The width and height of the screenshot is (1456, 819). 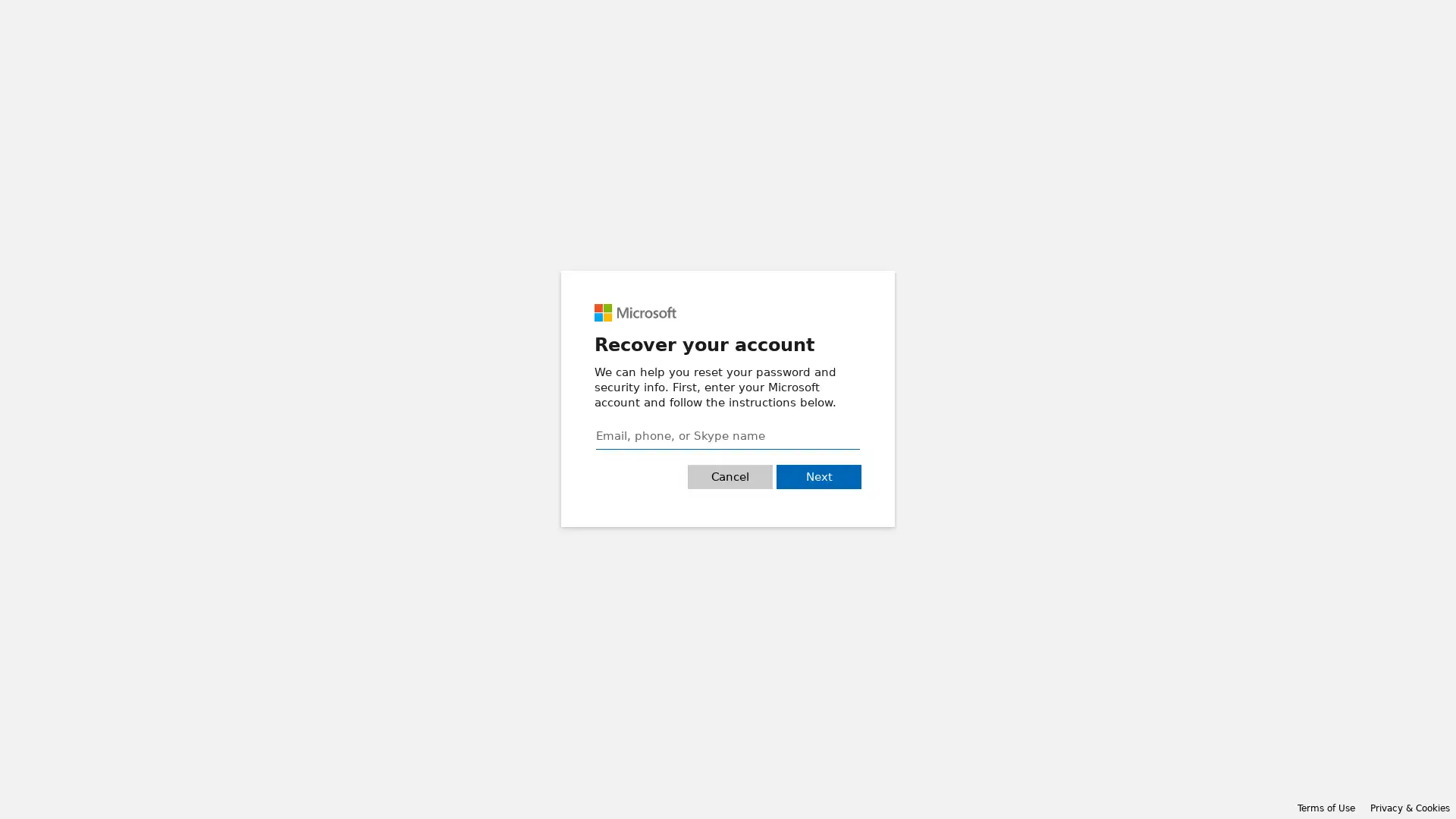 What do you see at coordinates (730, 475) in the screenshot?
I see `Cancel` at bounding box center [730, 475].